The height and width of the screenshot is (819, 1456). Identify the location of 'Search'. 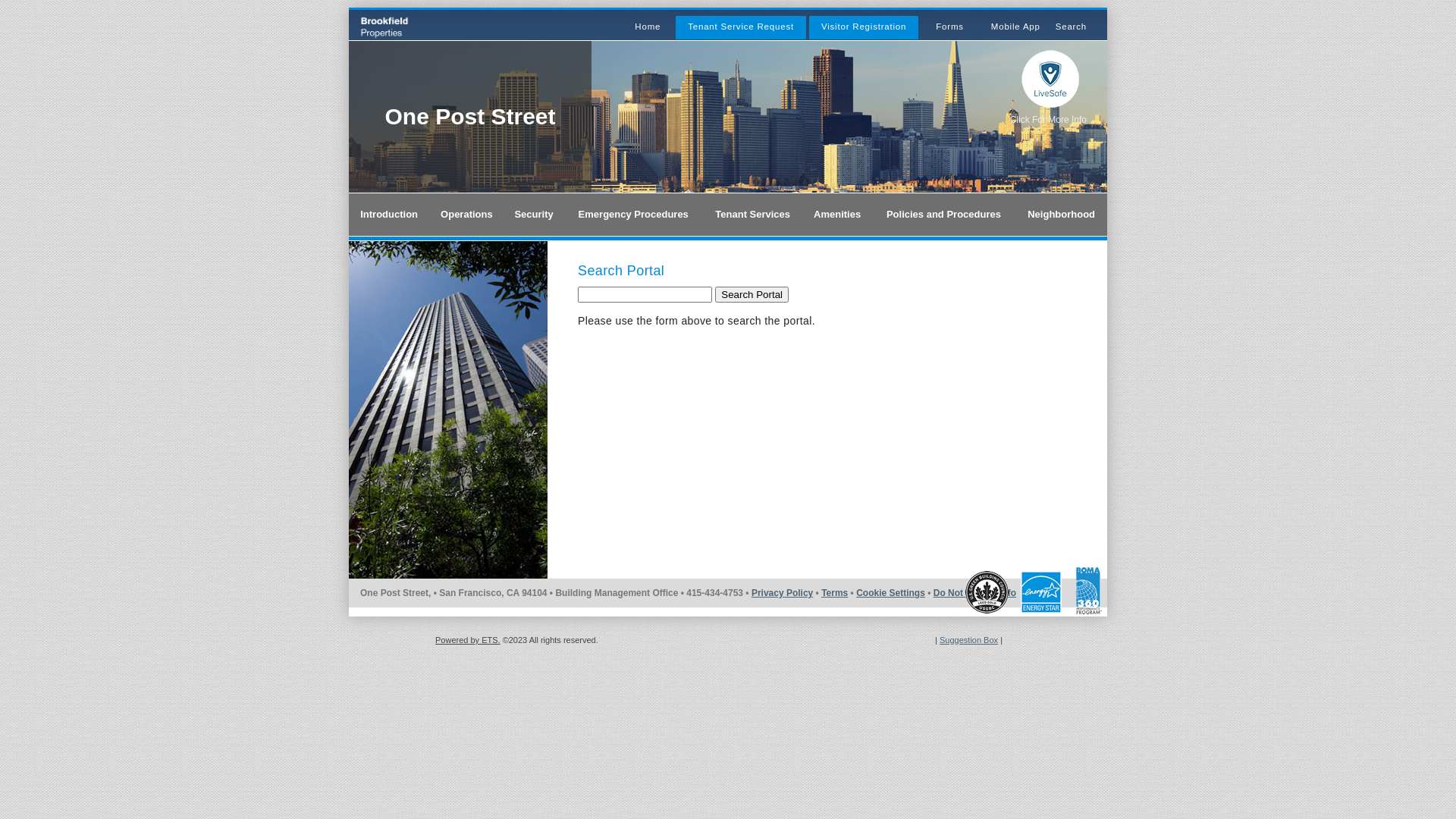
(1070, 26).